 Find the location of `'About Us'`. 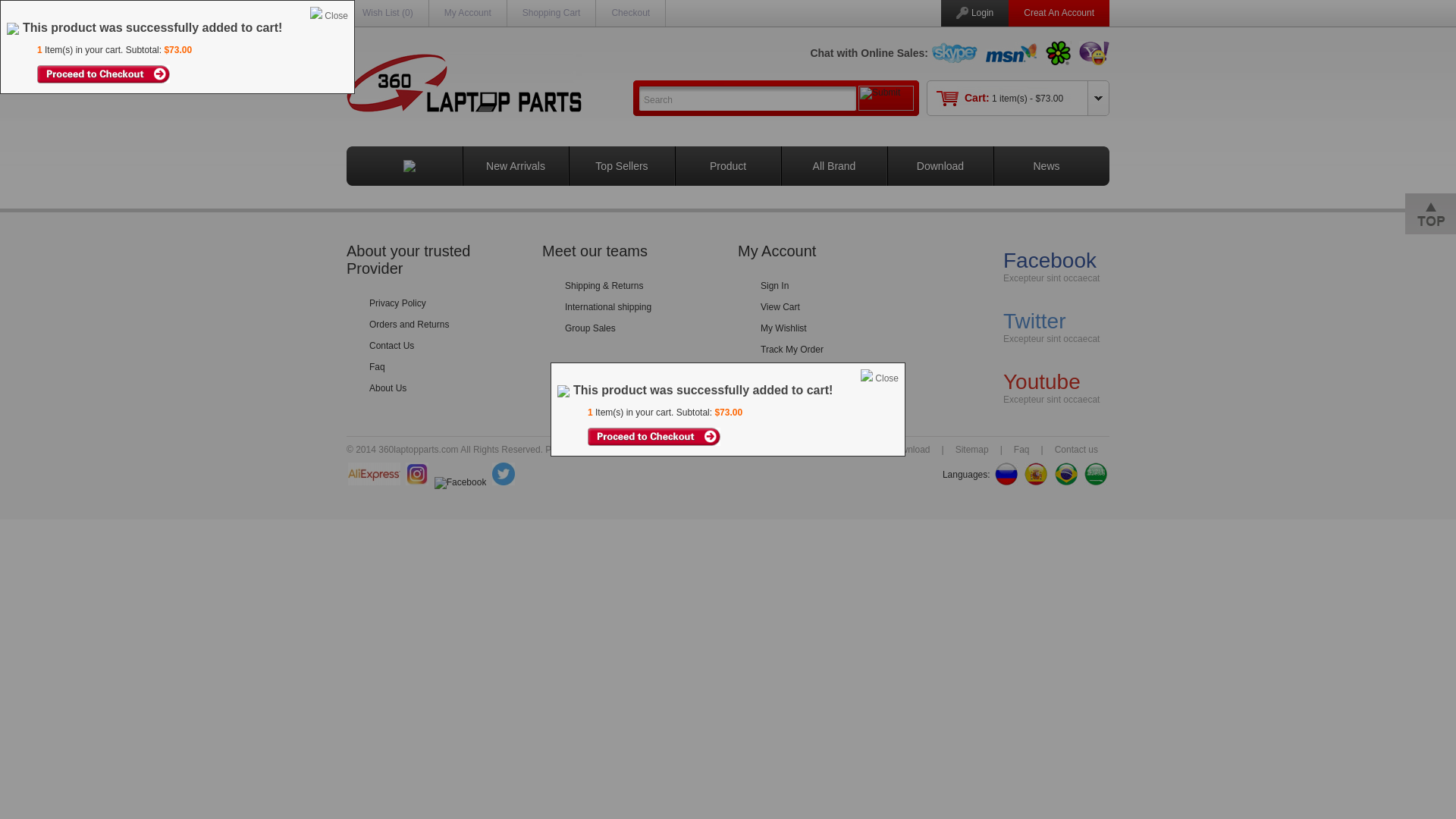

'About Us' is located at coordinates (388, 388).